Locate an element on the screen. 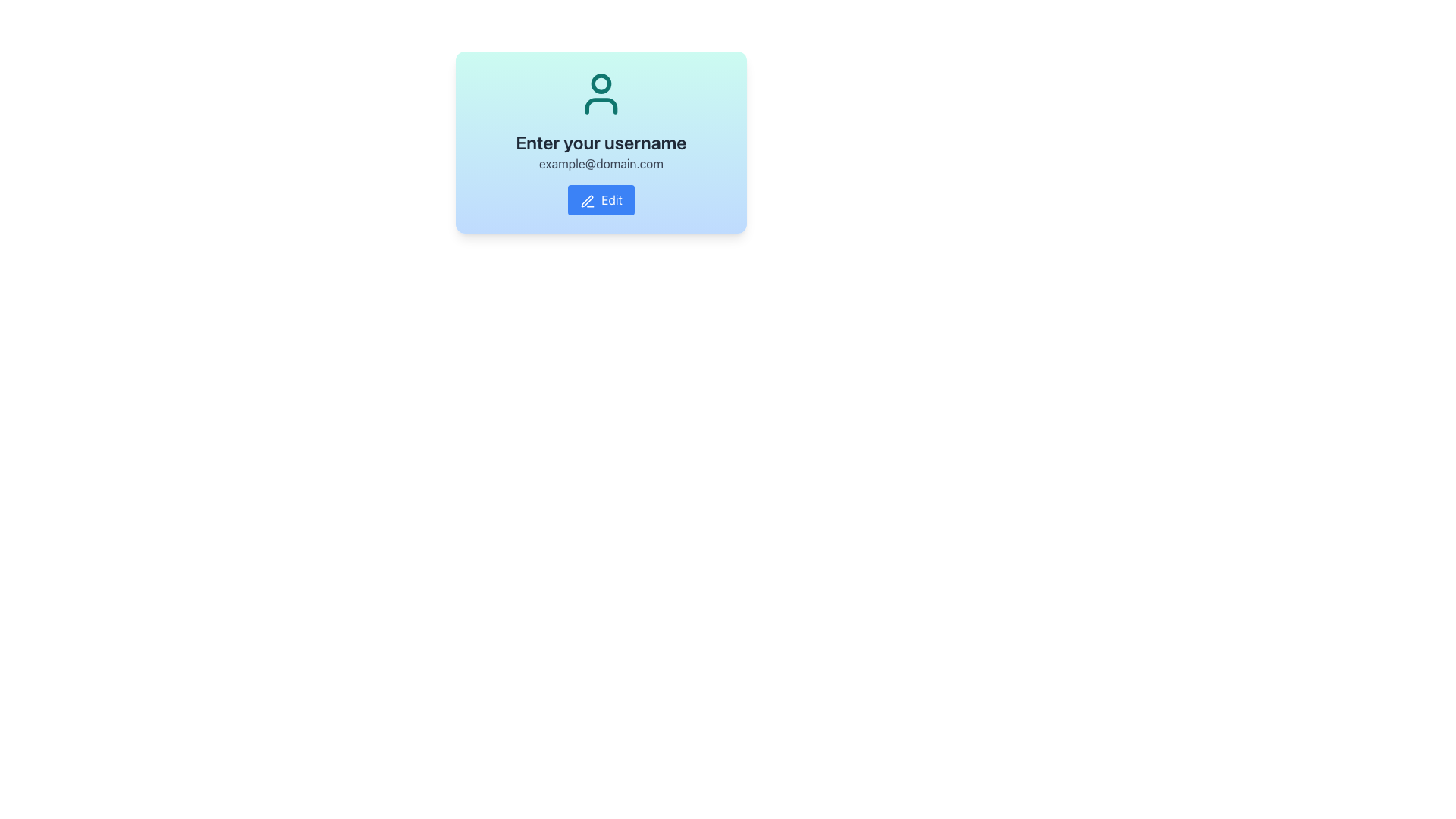 Image resolution: width=1456 pixels, height=819 pixels. the lower part of the user profile icon, which is part of an SVG icon located at the top of a card interface is located at coordinates (600, 105).